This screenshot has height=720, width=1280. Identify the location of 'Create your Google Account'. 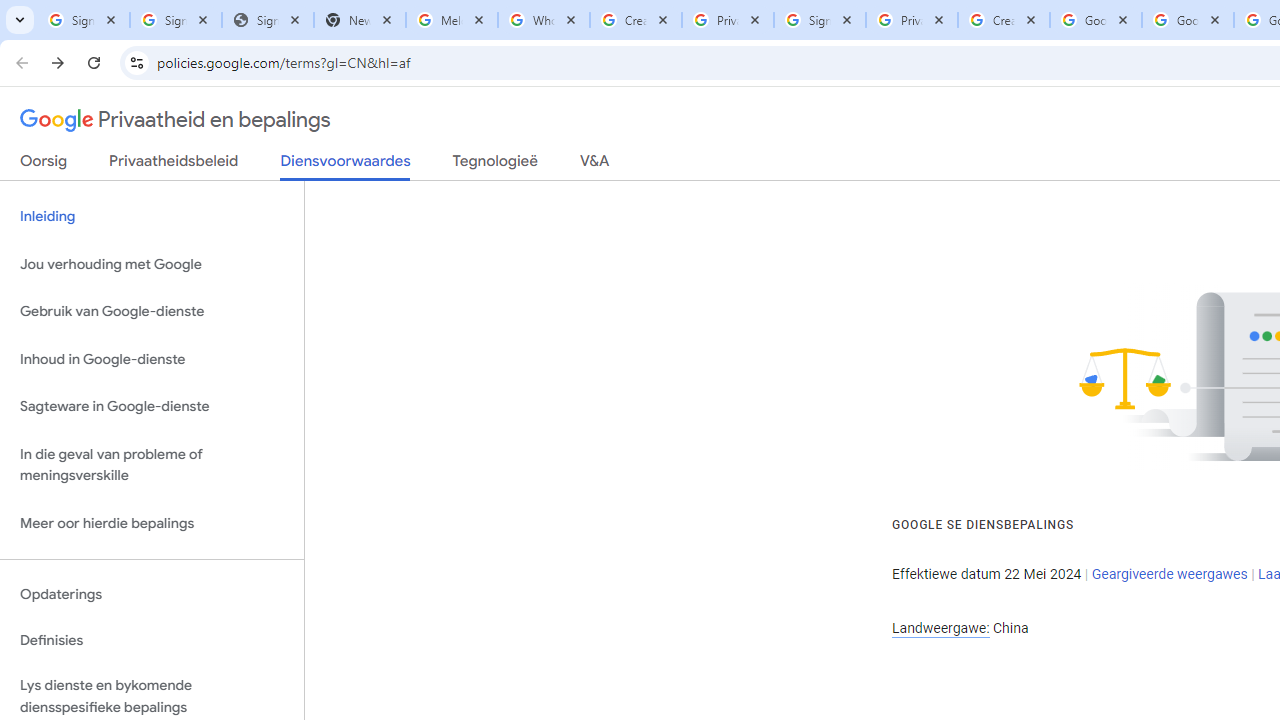
(1003, 20).